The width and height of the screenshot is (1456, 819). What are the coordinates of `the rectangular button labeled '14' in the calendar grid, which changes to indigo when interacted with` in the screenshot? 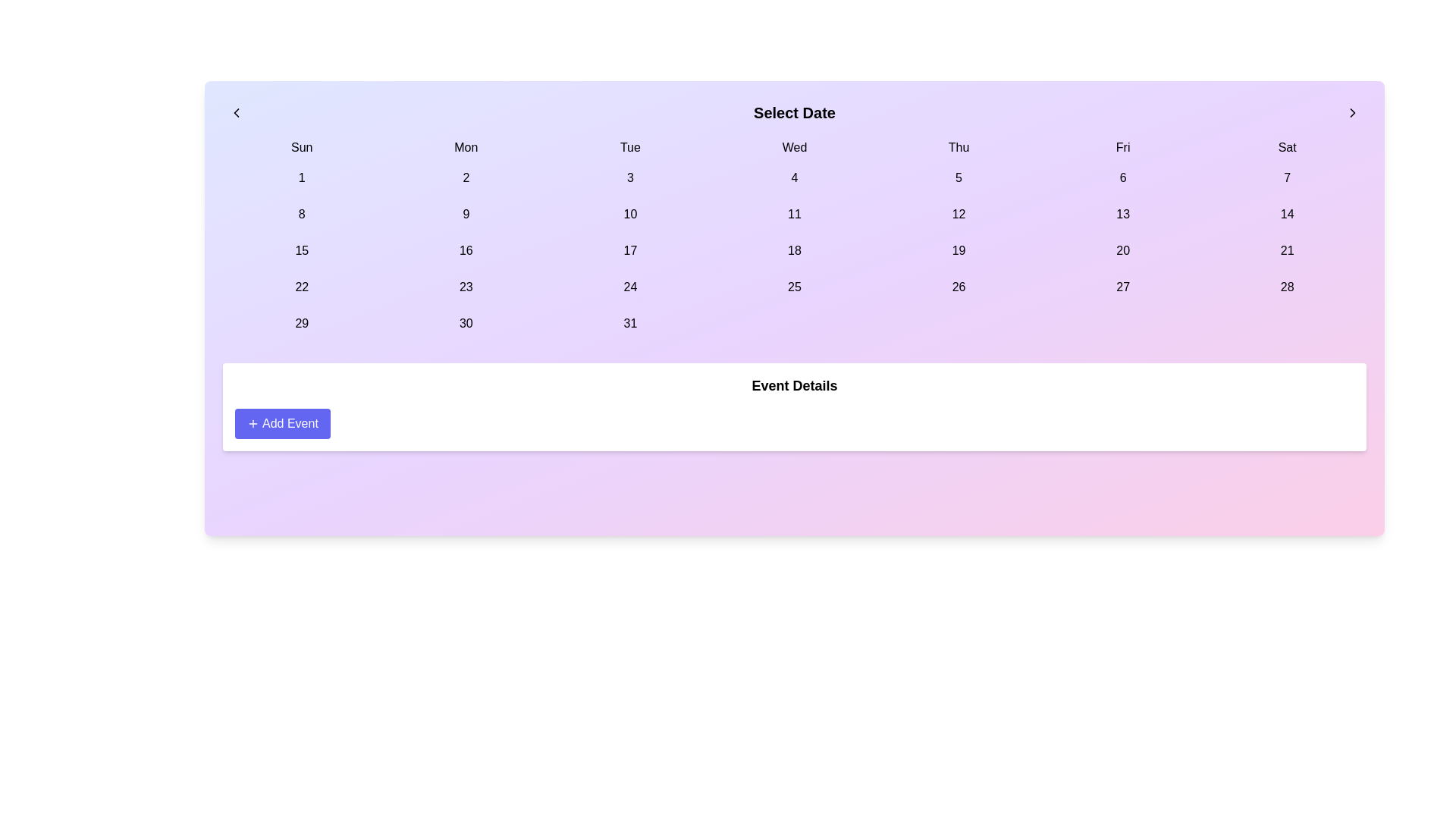 It's located at (1286, 214).